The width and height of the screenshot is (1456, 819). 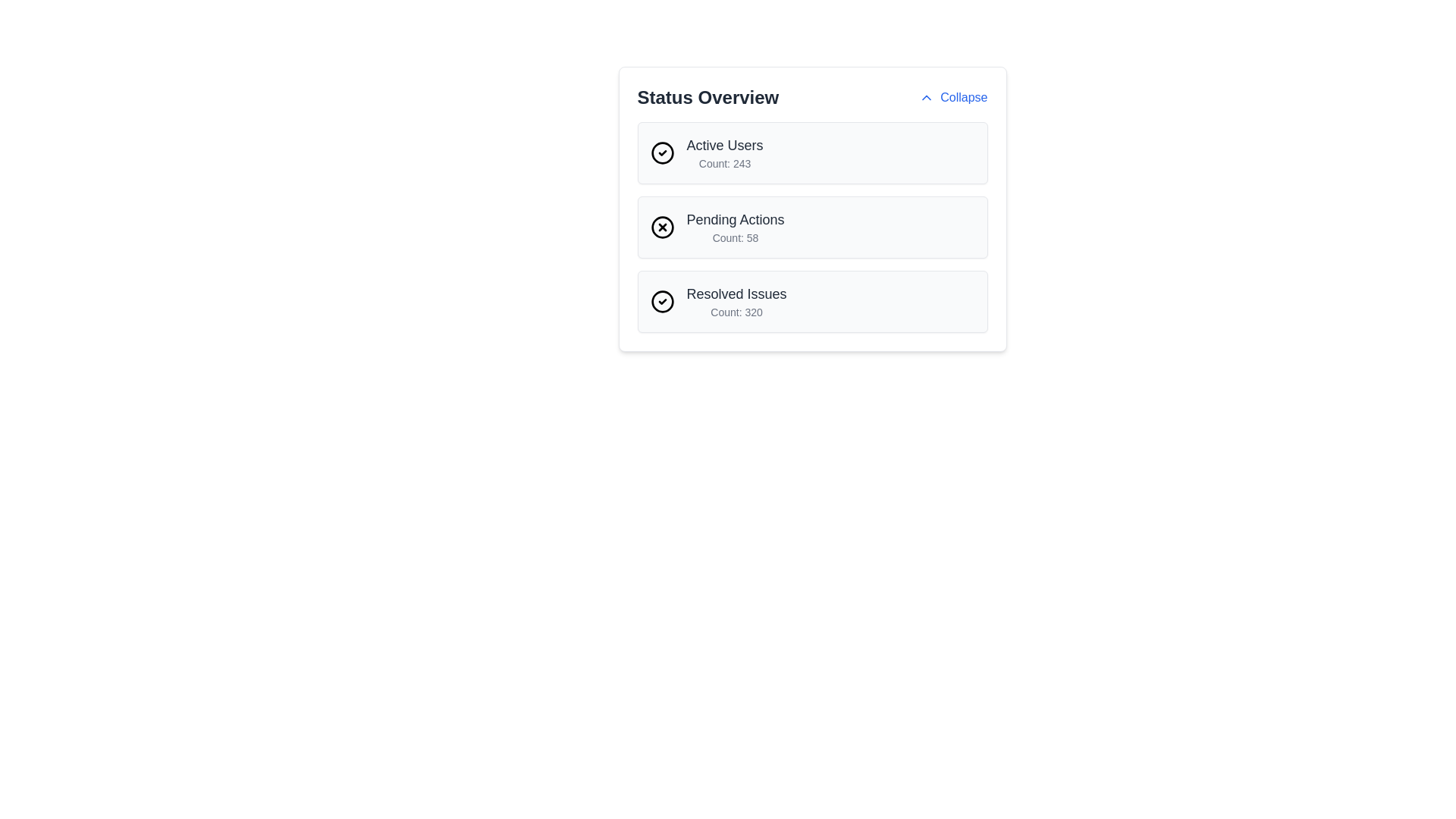 I want to click on the Text label that identifies the card containing information regarding resolved issues, located in the third card from the top in the 'Status Overview' section, so click(x=736, y=294).